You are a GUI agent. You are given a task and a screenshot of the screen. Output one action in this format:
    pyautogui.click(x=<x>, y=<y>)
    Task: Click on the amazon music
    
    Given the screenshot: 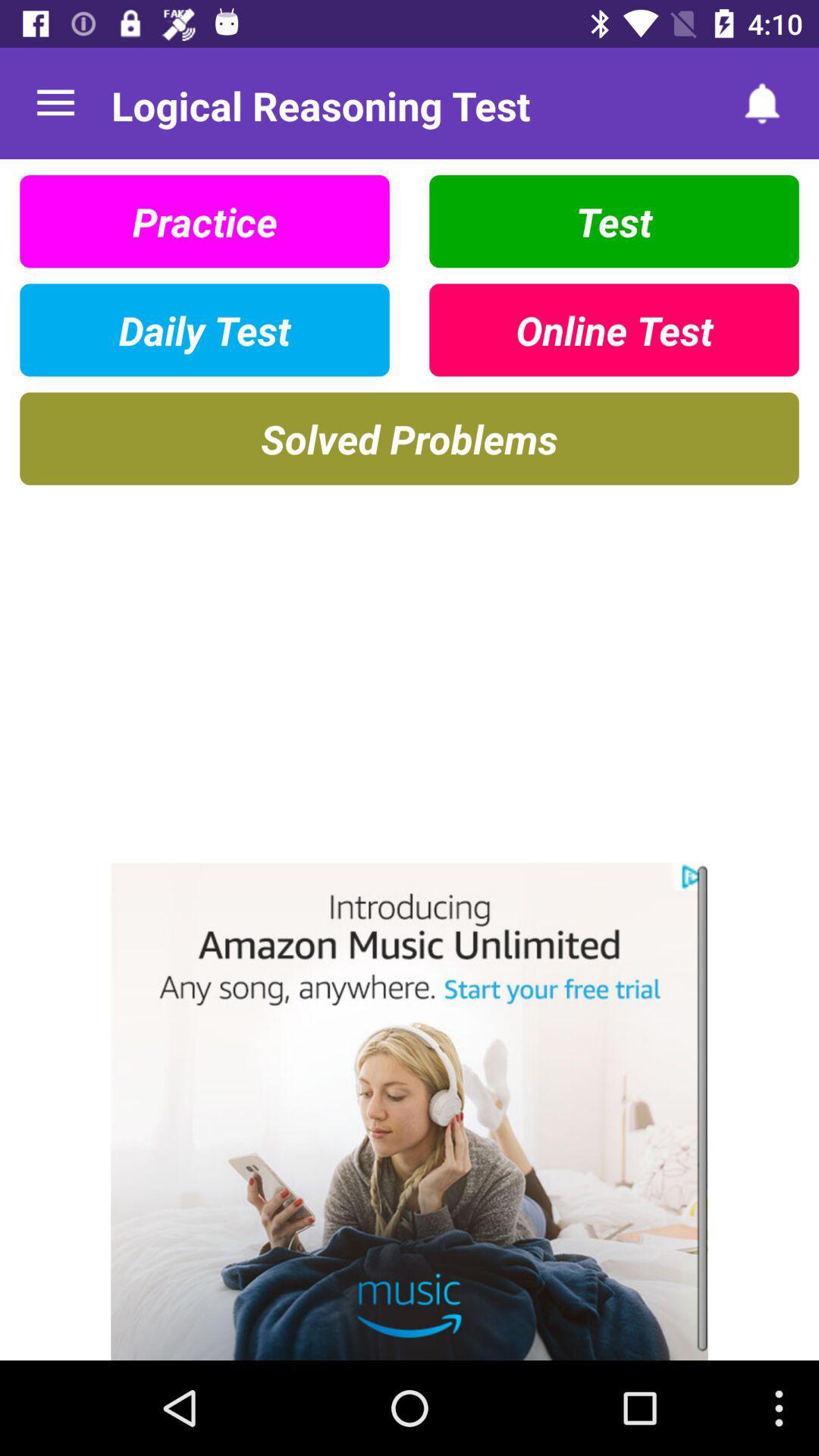 What is the action you would take?
    pyautogui.click(x=409, y=1111)
    